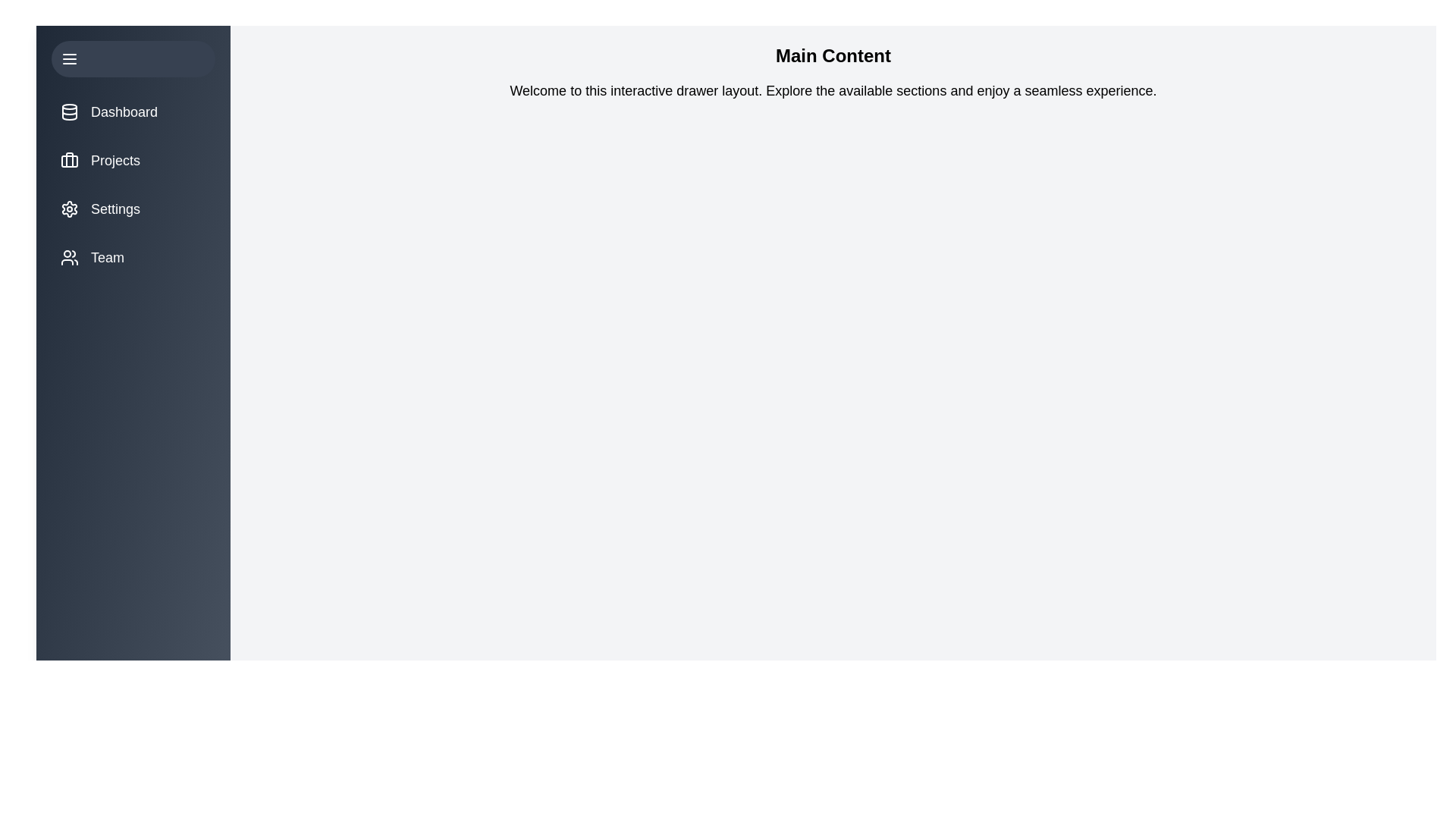 The width and height of the screenshot is (1456, 819). I want to click on toggle button to open or close the drawer, so click(133, 58).